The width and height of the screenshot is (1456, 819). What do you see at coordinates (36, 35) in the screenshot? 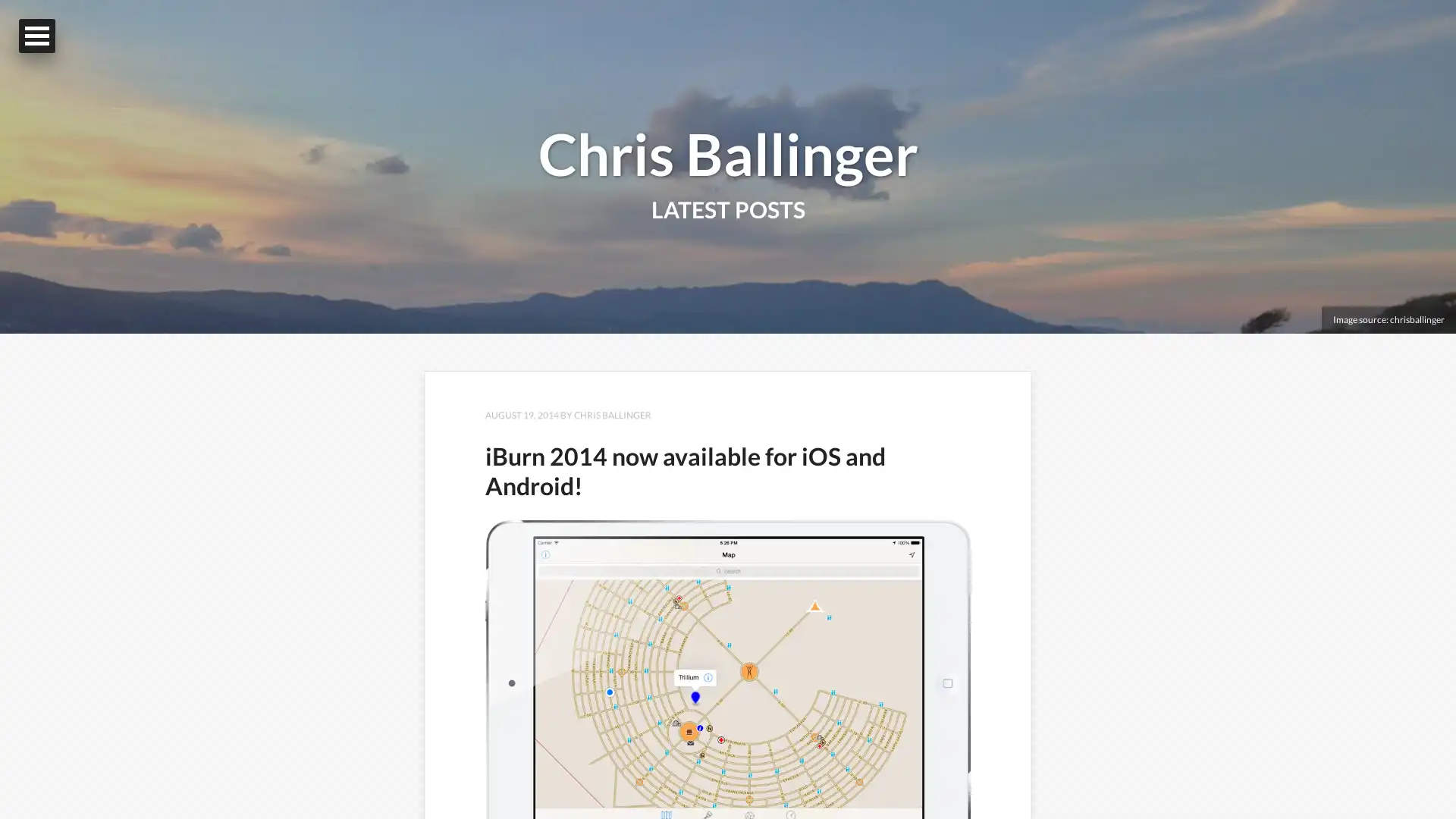
I see `Open Menu` at bounding box center [36, 35].